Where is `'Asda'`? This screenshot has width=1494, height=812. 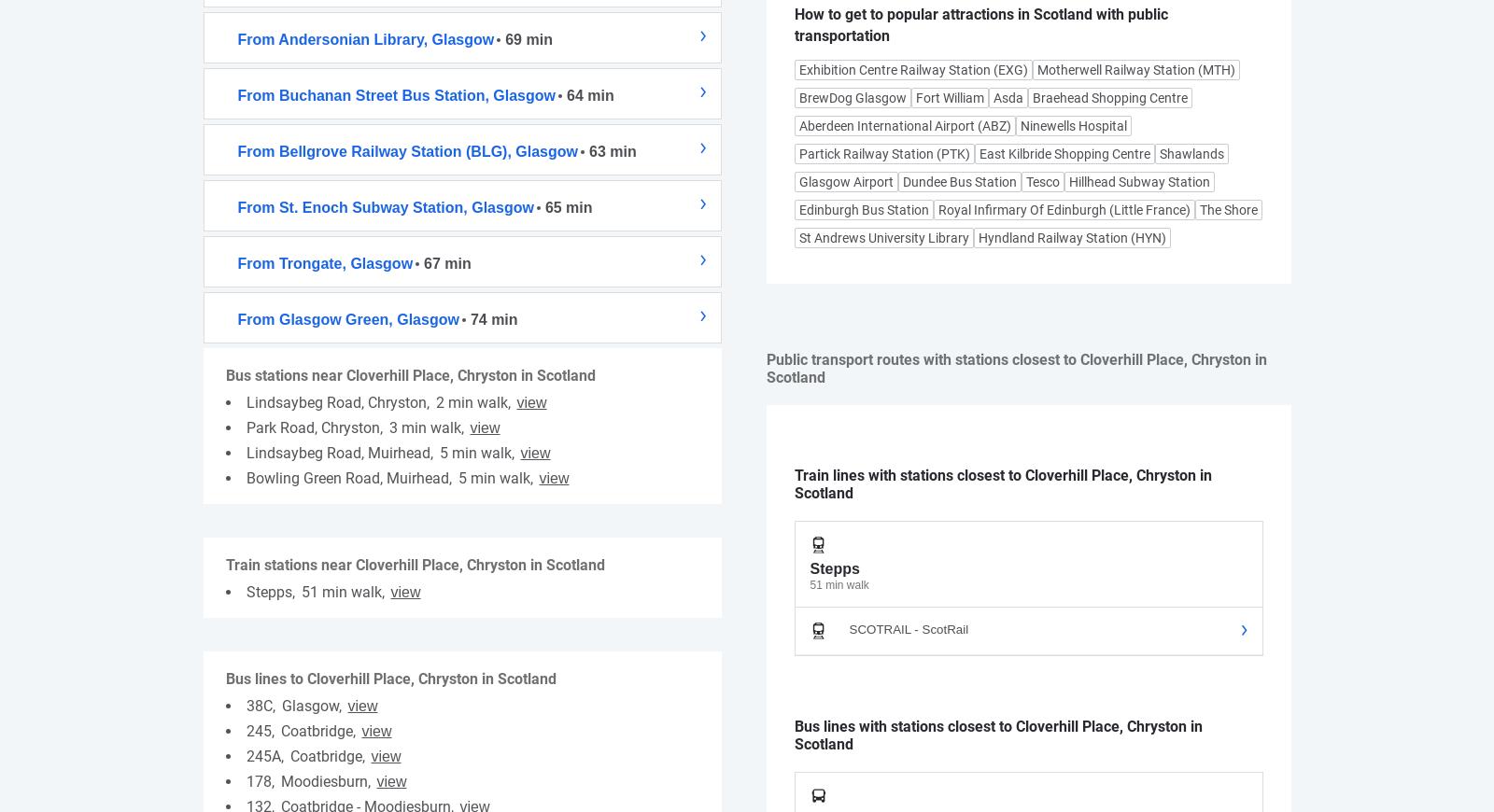
'Asda' is located at coordinates (1008, 97).